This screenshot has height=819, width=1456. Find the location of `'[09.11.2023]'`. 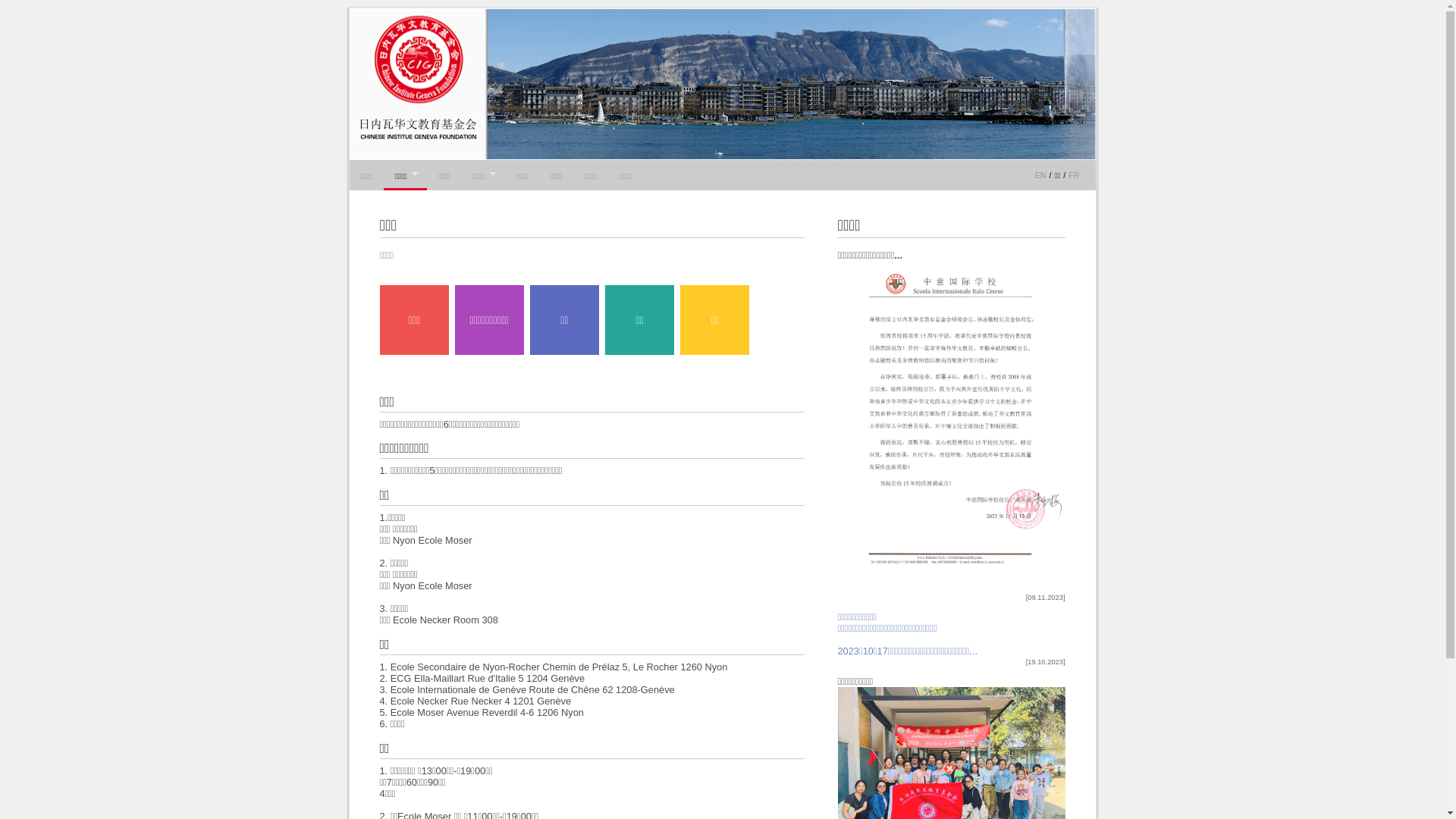

'[09.11.2023]' is located at coordinates (949, 596).